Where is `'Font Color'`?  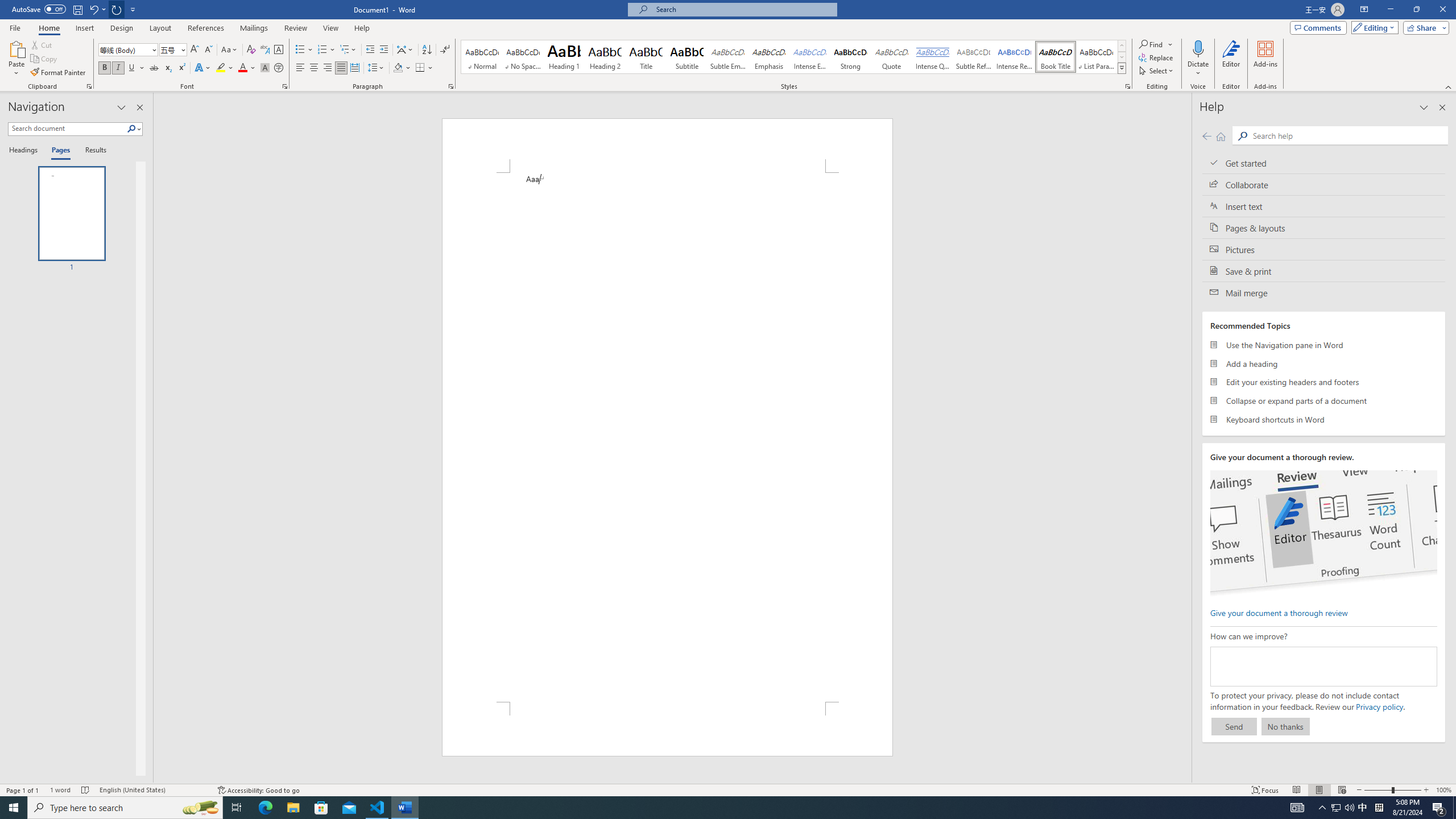
'Font Color' is located at coordinates (246, 67).